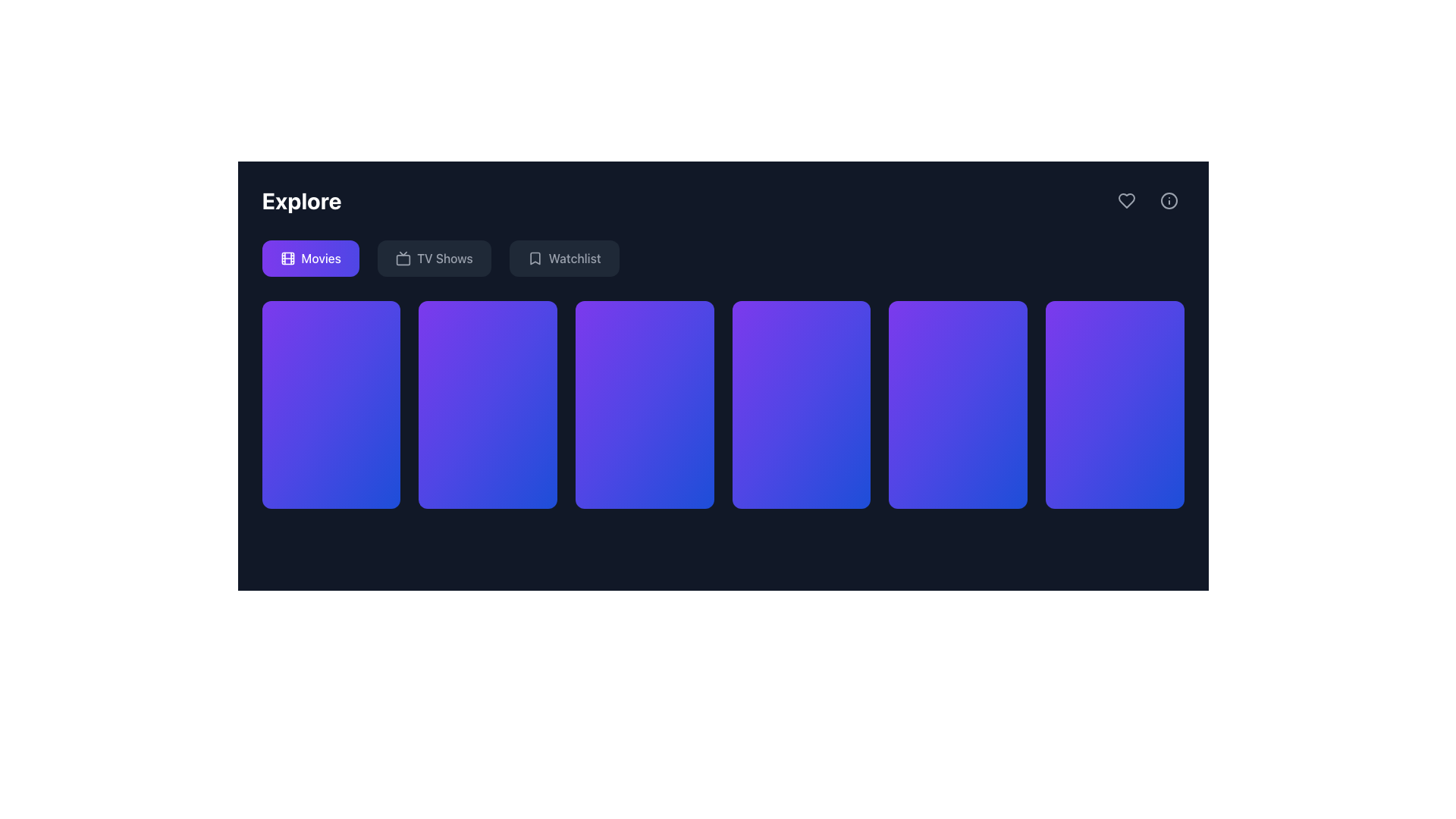  Describe the element at coordinates (444, 257) in the screenshot. I see `the 'TV Shows' label in the navigation bar` at that location.